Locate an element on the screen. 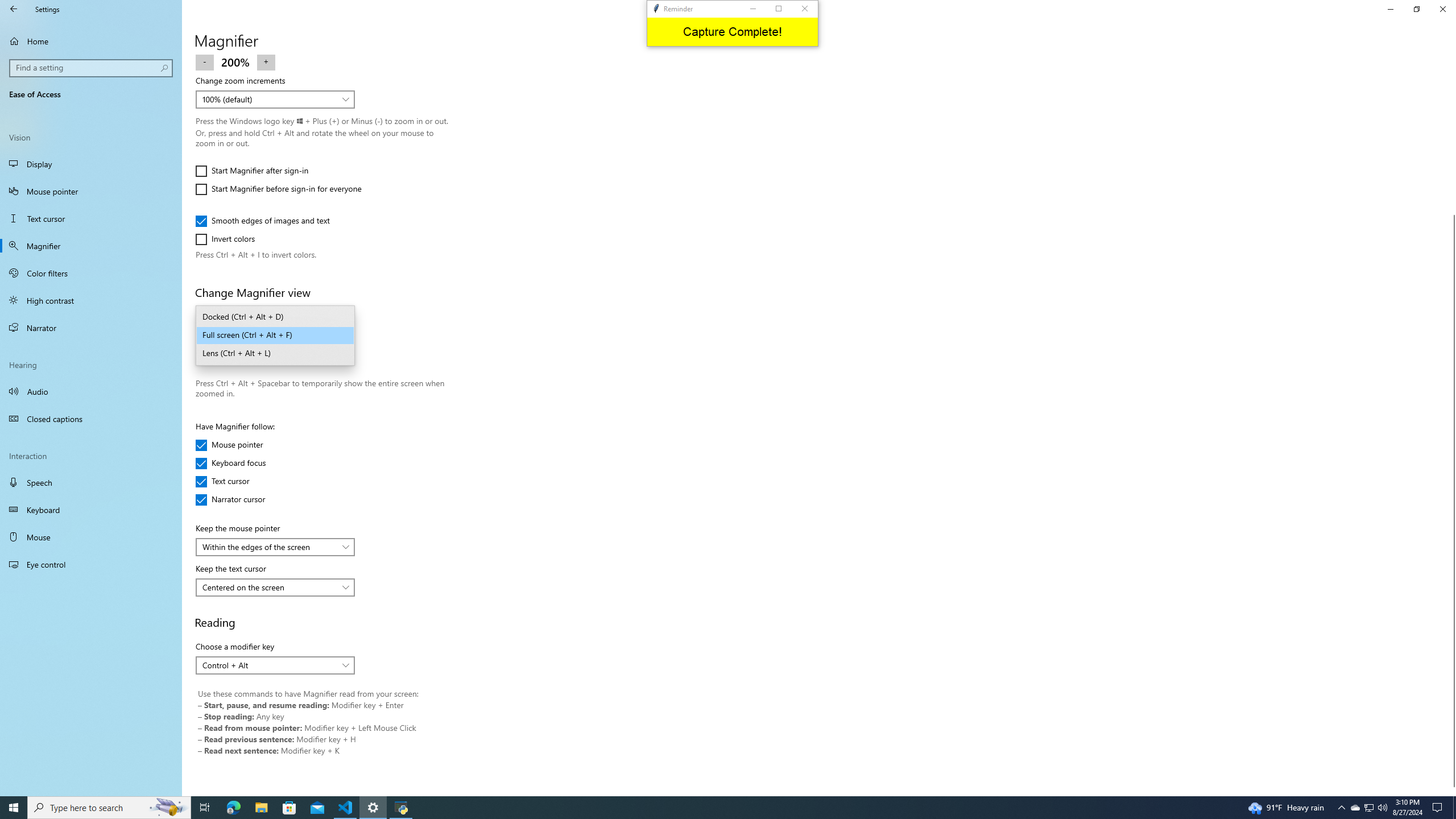  'Text cursor' is located at coordinates (229, 481).